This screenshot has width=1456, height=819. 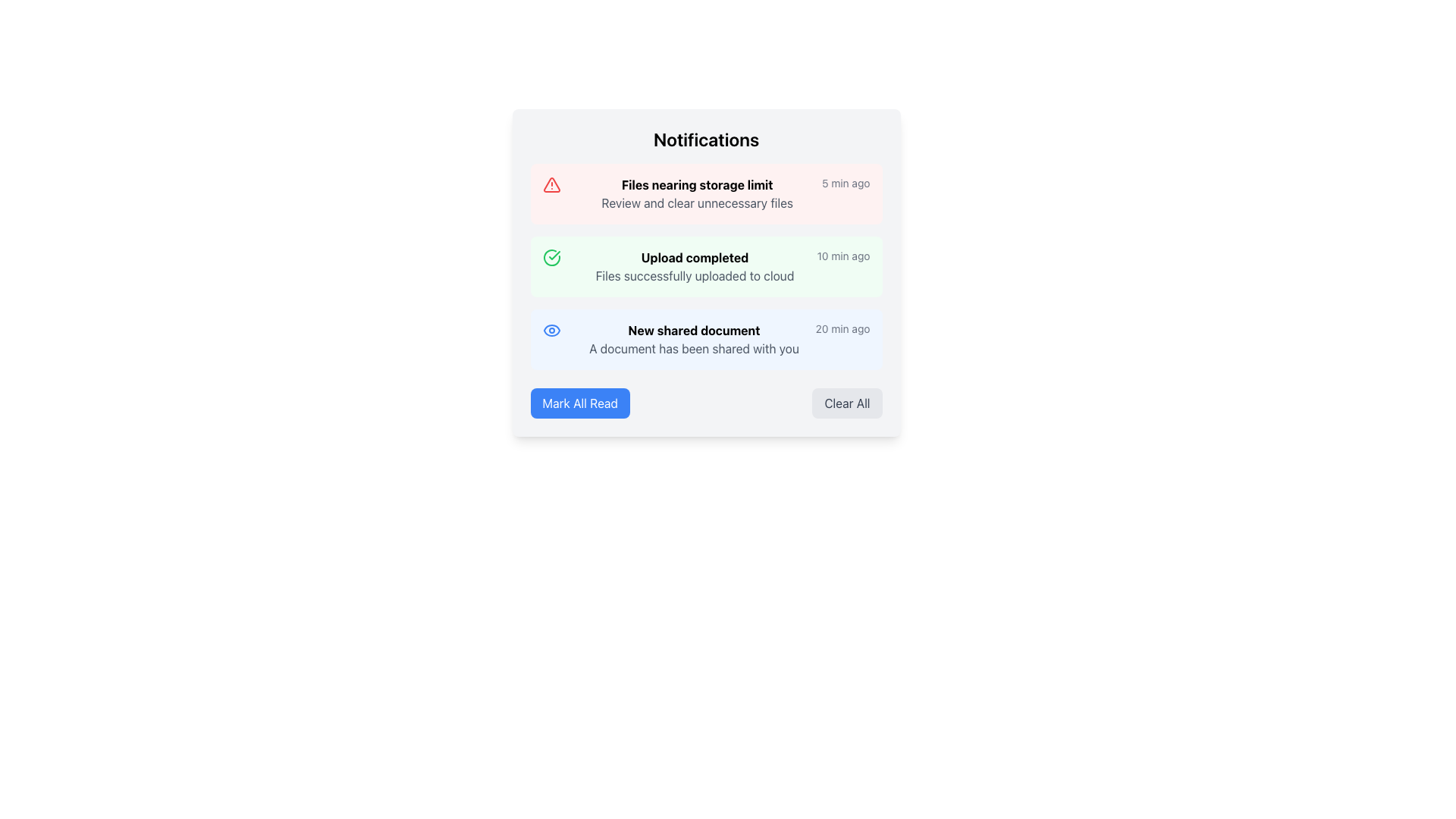 What do you see at coordinates (845, 183) in the screenshot?
I see `the label that indicates the relative time of the notification regarding 'Files nearing storage limit'` at bounding box center [845, 183].